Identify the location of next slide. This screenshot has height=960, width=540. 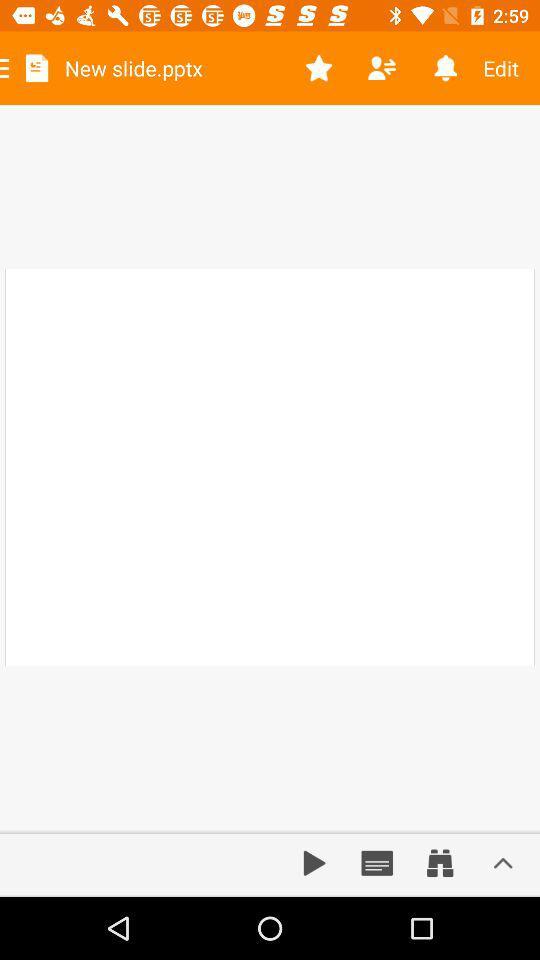
(314, 862).